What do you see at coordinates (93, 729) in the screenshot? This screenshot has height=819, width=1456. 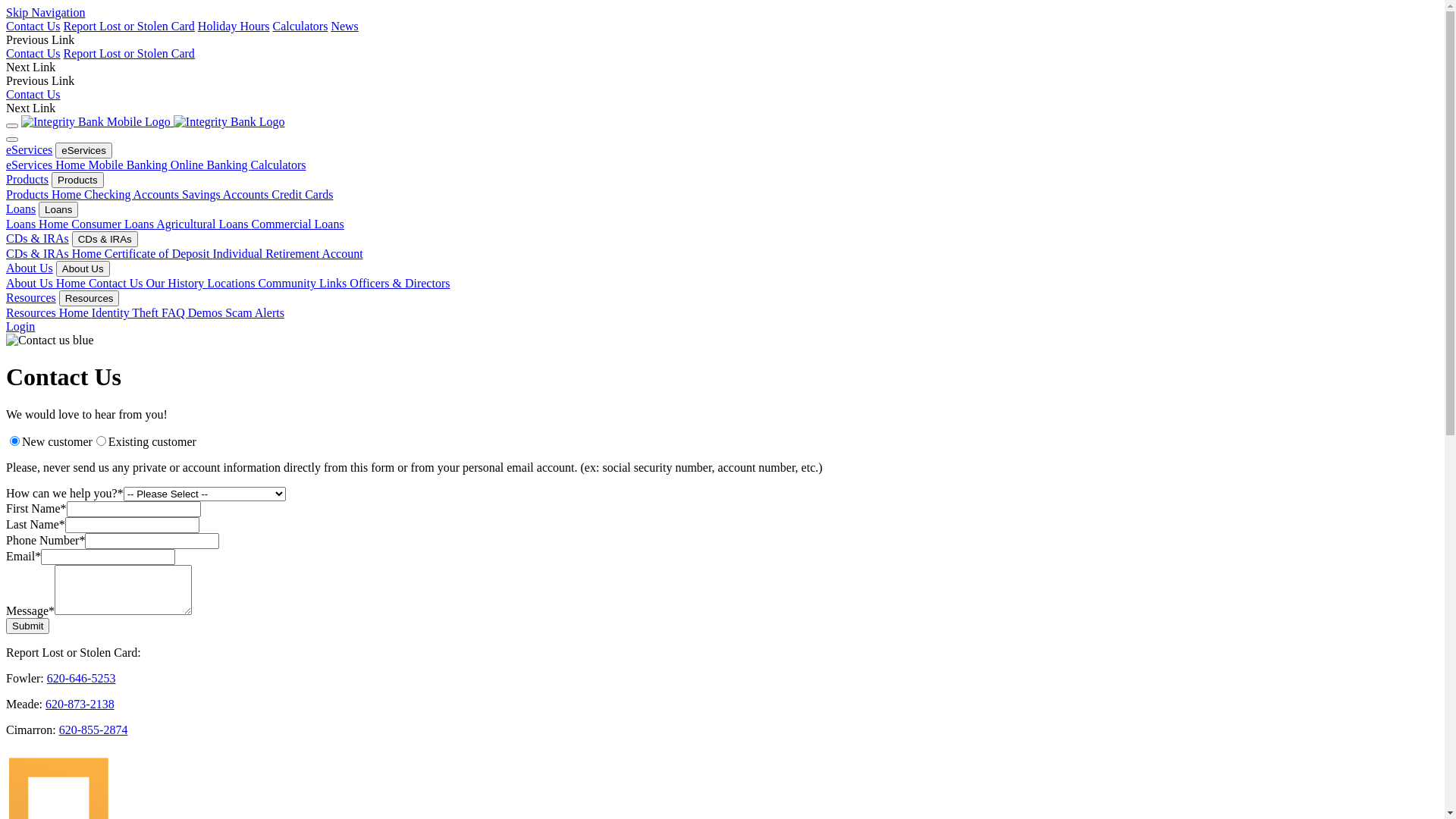 I see `'620-855-2874'` at bounding box center [93, 729].